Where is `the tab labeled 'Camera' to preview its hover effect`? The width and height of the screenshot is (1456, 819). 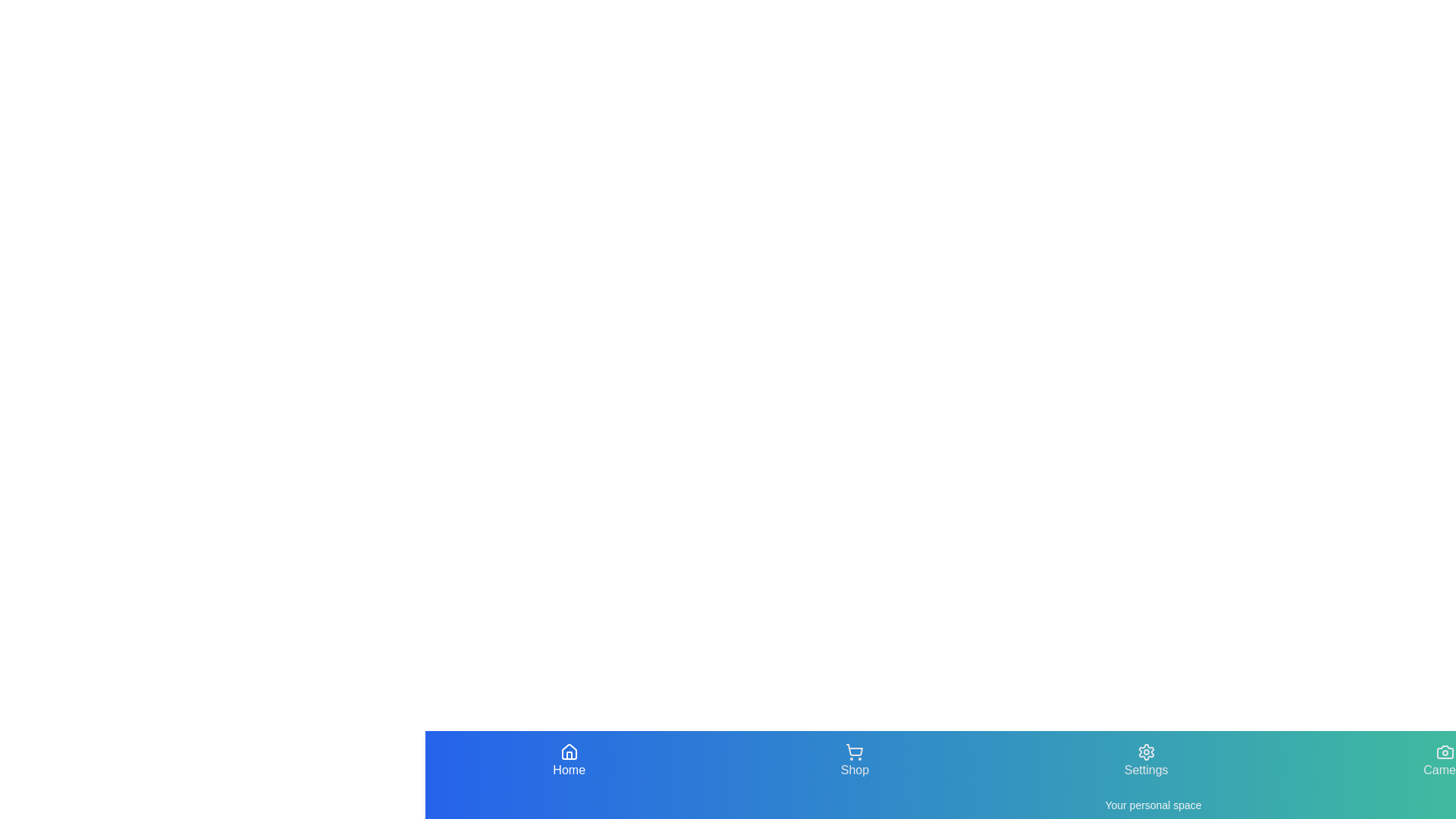
the tab labeled 'Camera' to preview its hover effect is located at coordinates (1444, 761).